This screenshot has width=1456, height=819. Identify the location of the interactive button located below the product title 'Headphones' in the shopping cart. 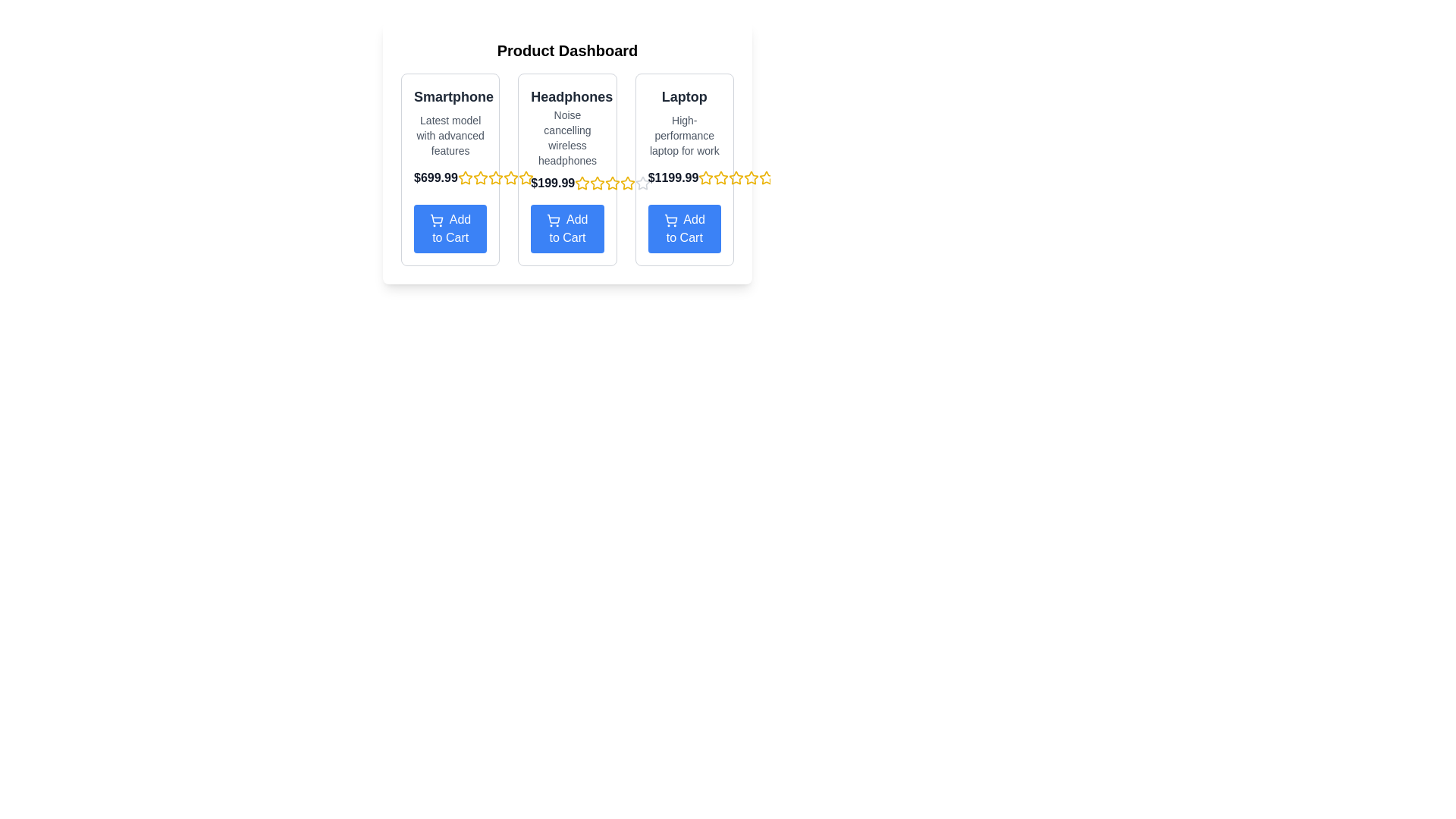
(566, 228).